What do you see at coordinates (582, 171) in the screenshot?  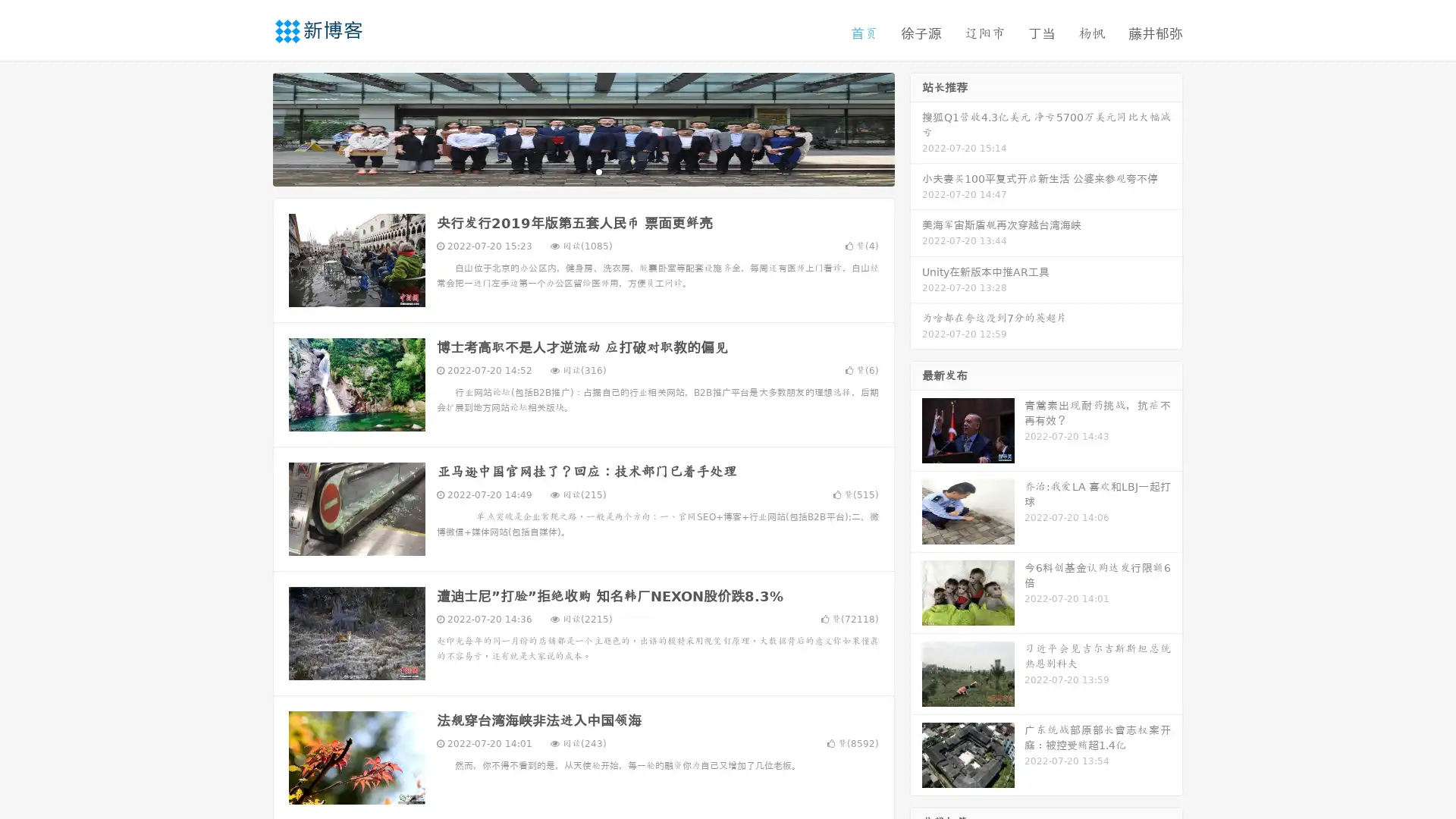 I see `Go to slide 2` at bounding box center [582, 171].